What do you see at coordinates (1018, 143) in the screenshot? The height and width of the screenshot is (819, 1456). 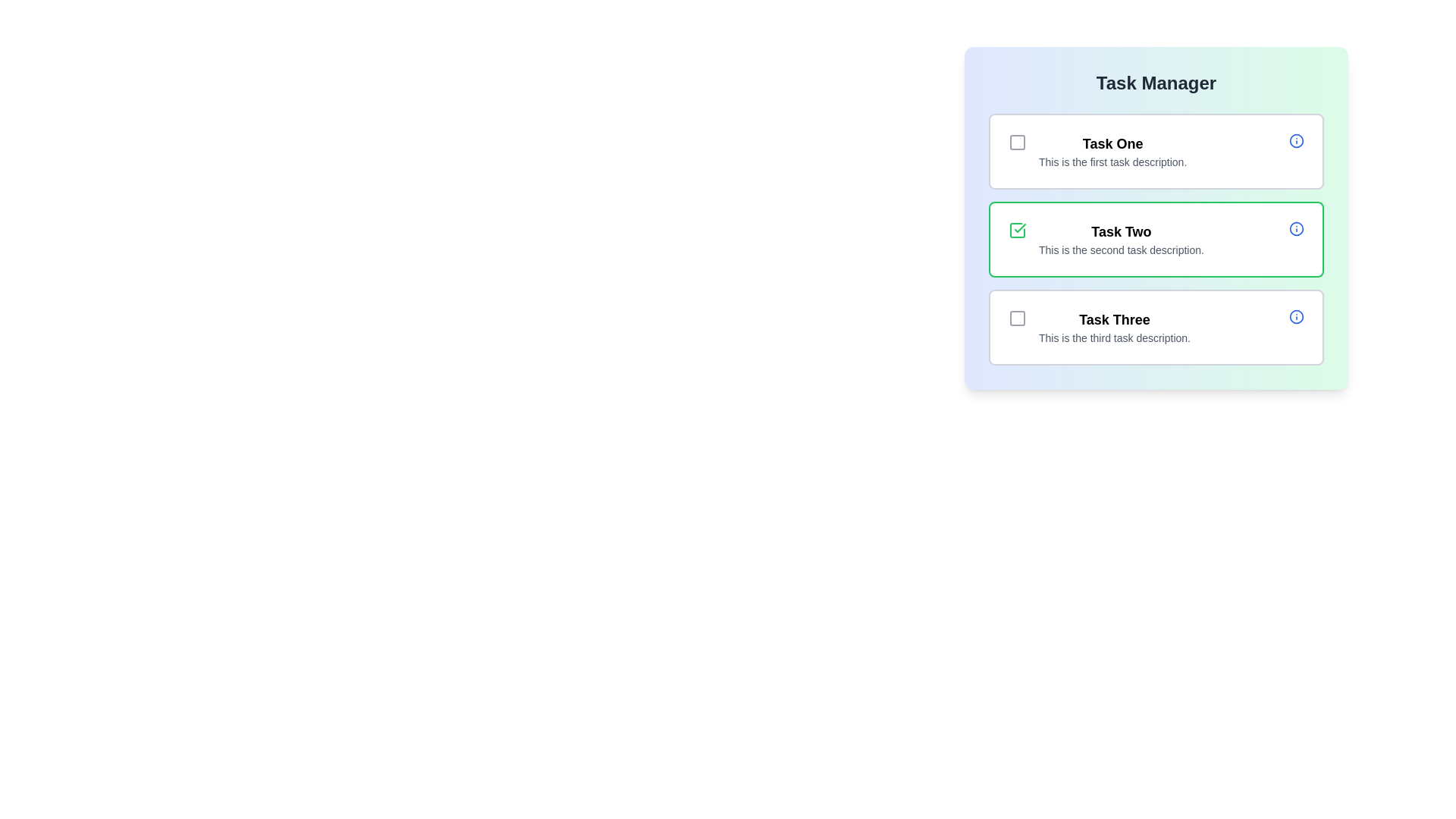 I see `the empty square-shaped checkbox located to the left of the text 'Task One'` at bounding box center [1018, 143].